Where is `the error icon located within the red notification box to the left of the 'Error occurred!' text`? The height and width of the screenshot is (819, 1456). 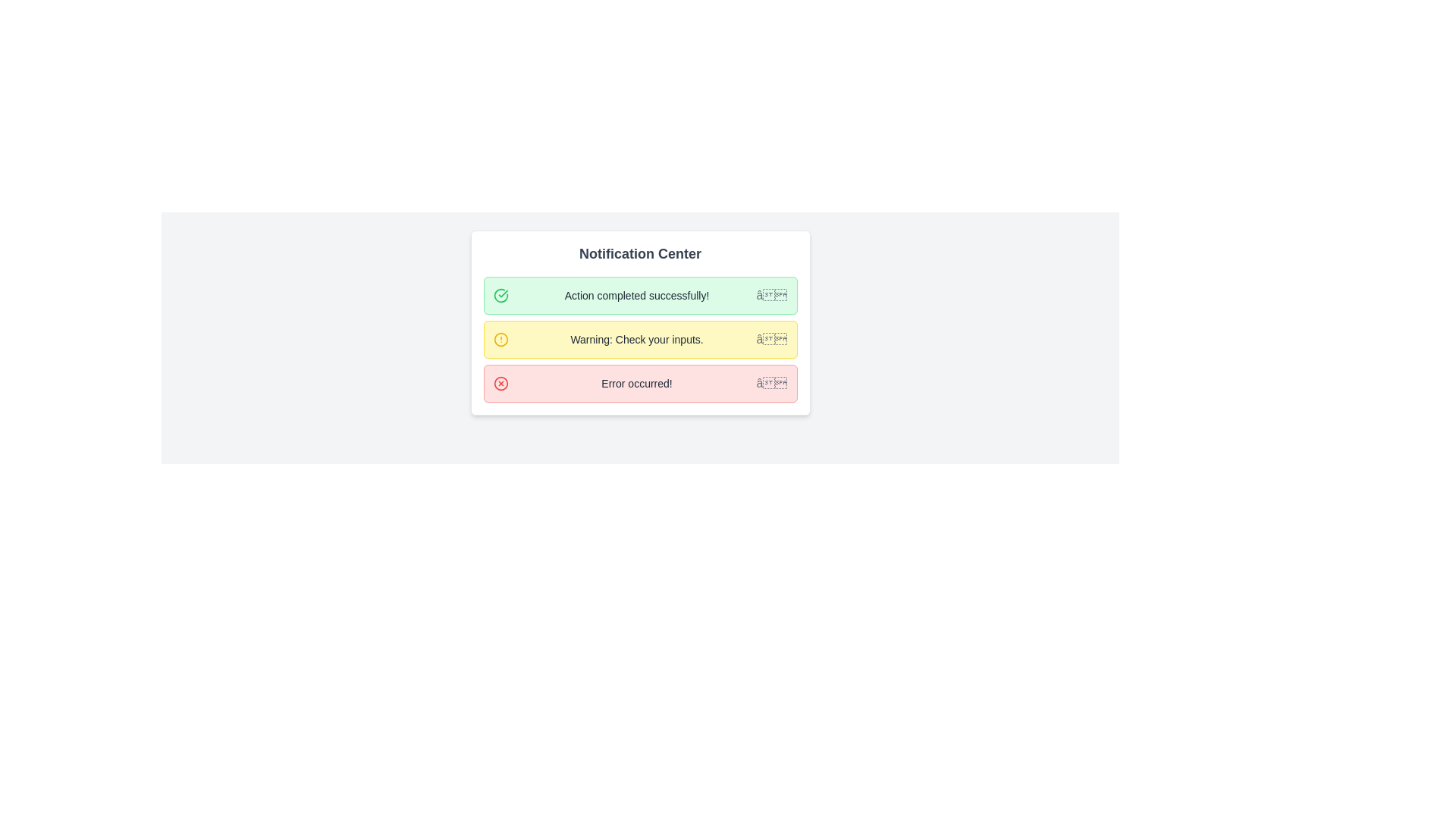 the error icon located within the red notification box to the left of the 'Error occurred!' text is located at coordinates (500, 382).